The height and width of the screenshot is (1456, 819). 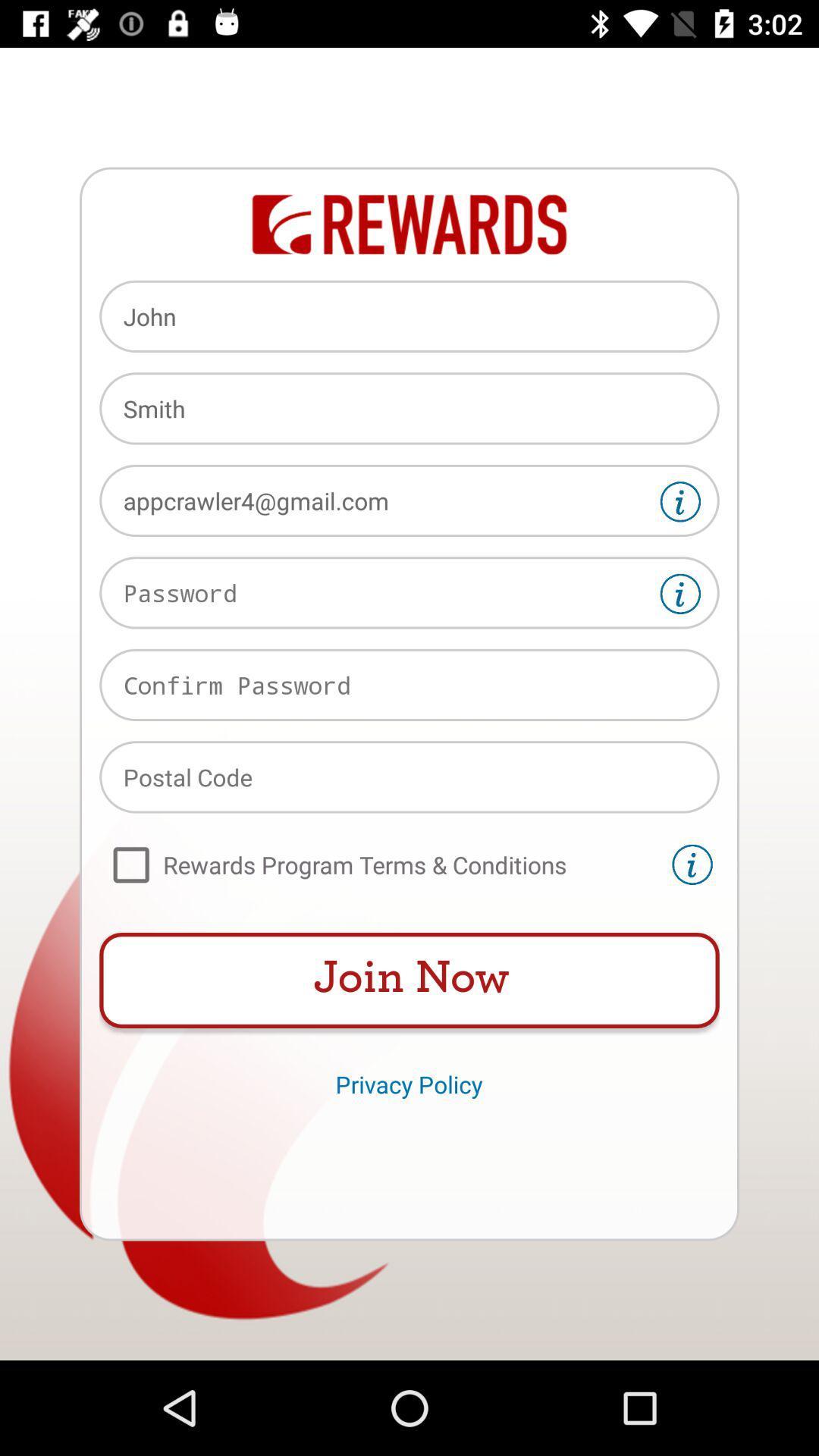 What do you see at coordinates (692, 864) in the screenshot?
I see `information` at bounding box center [692, 864].